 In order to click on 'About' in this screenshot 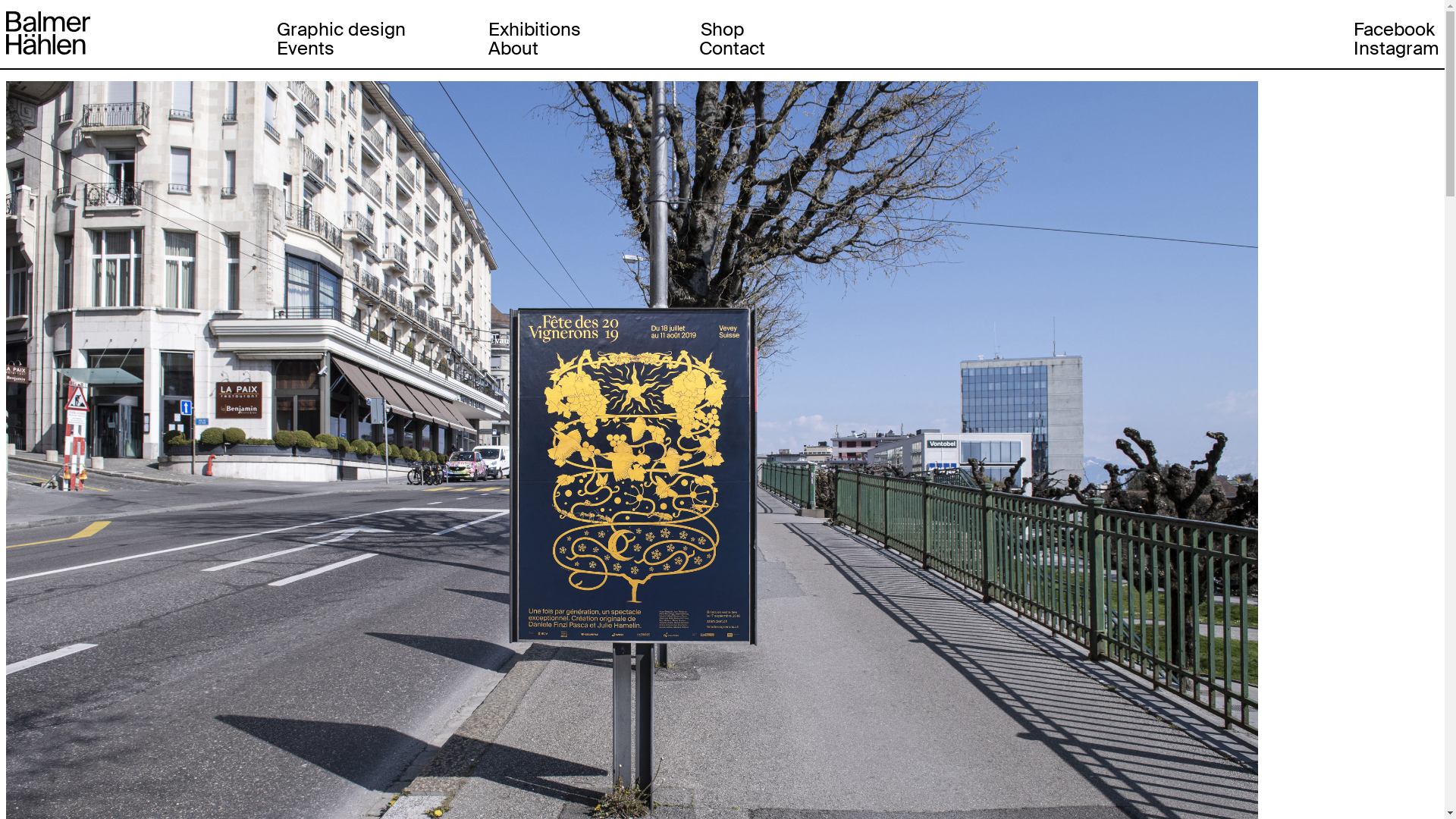, I will do `click(513, 47)`.